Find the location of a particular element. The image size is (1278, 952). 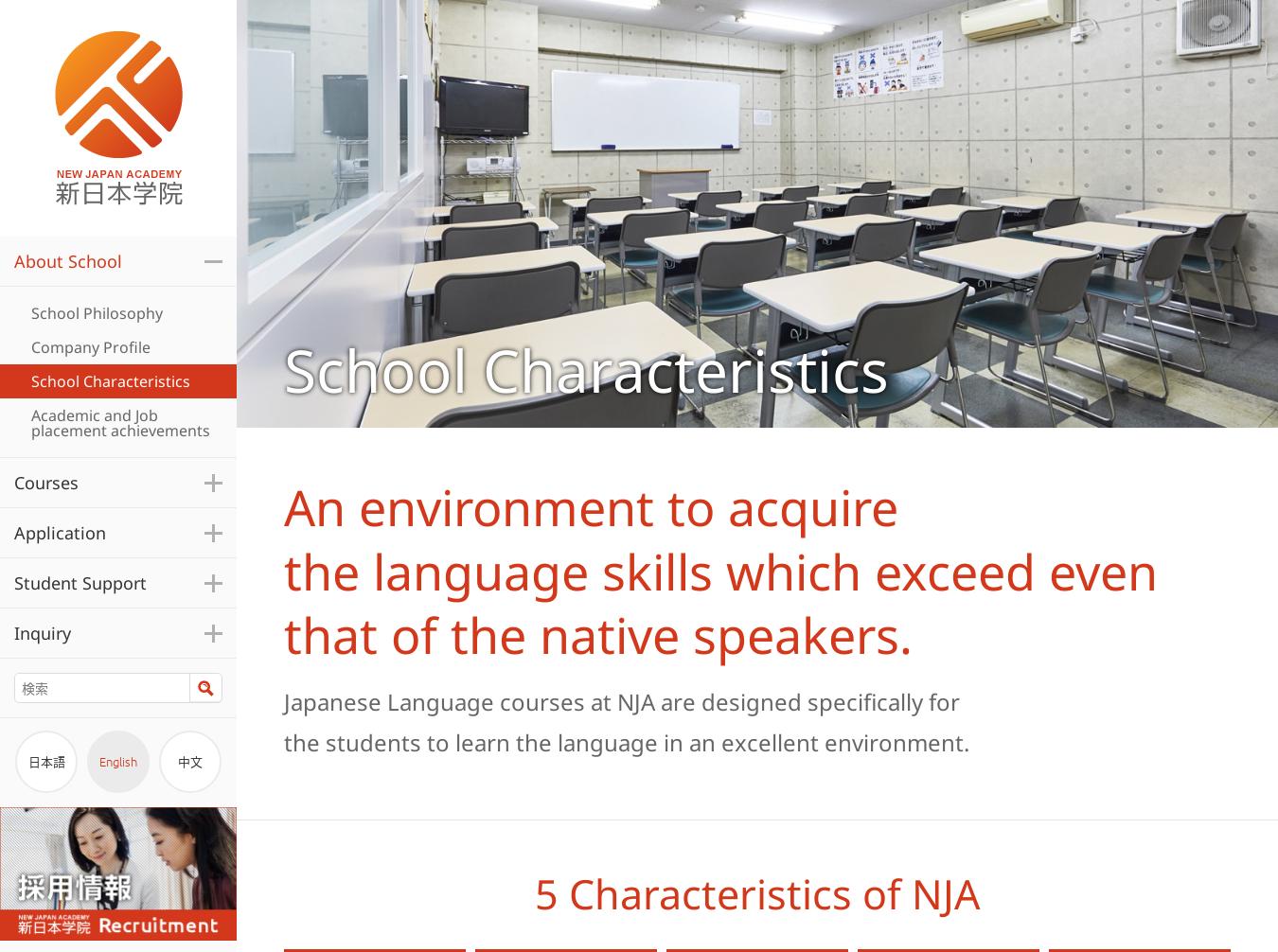

'Company Profile' is located at coordinates (89, 345).